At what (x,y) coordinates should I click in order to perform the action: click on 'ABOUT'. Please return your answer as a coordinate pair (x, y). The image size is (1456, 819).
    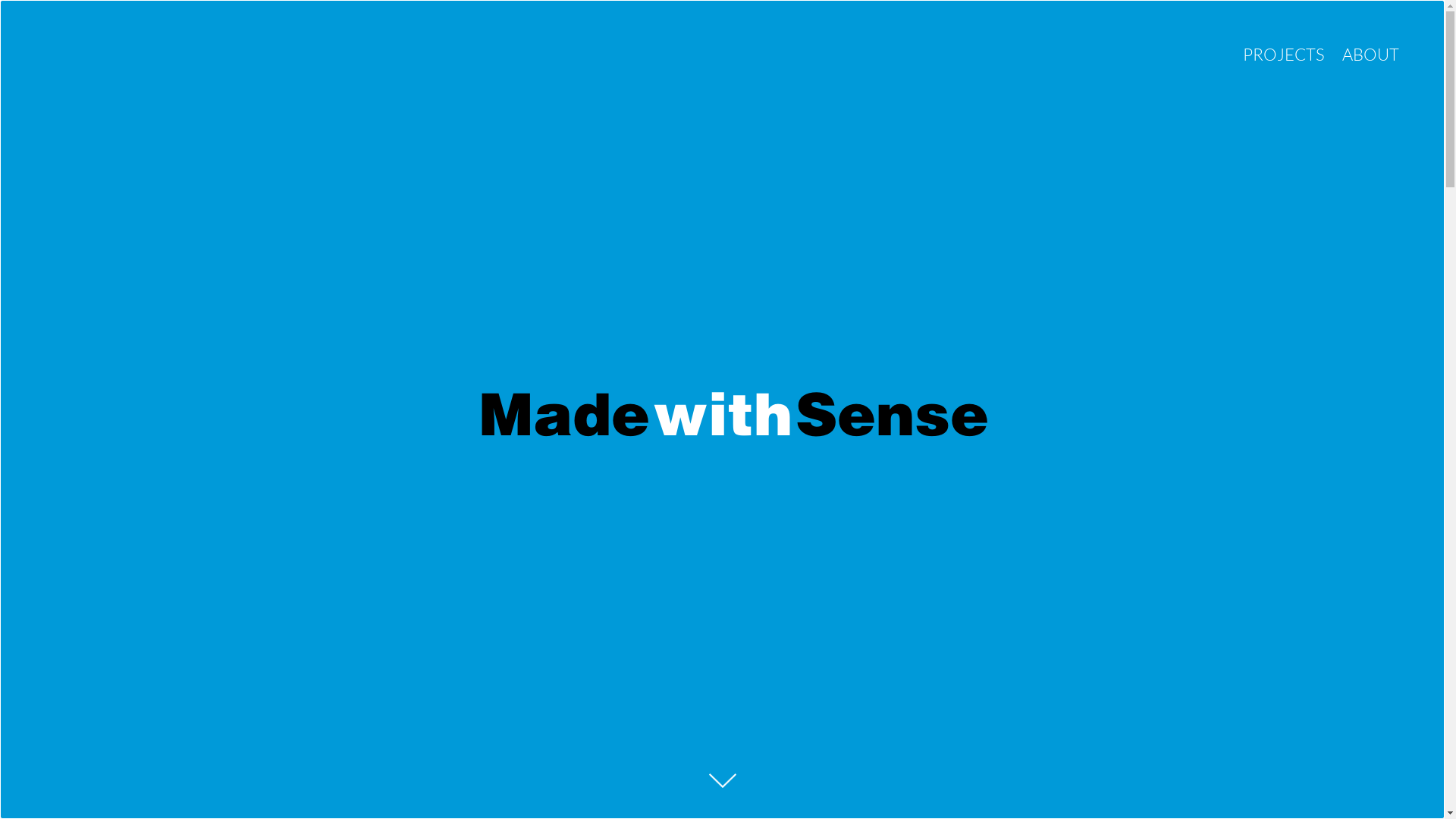
    Looking at the image, I should click on (1342, 53).